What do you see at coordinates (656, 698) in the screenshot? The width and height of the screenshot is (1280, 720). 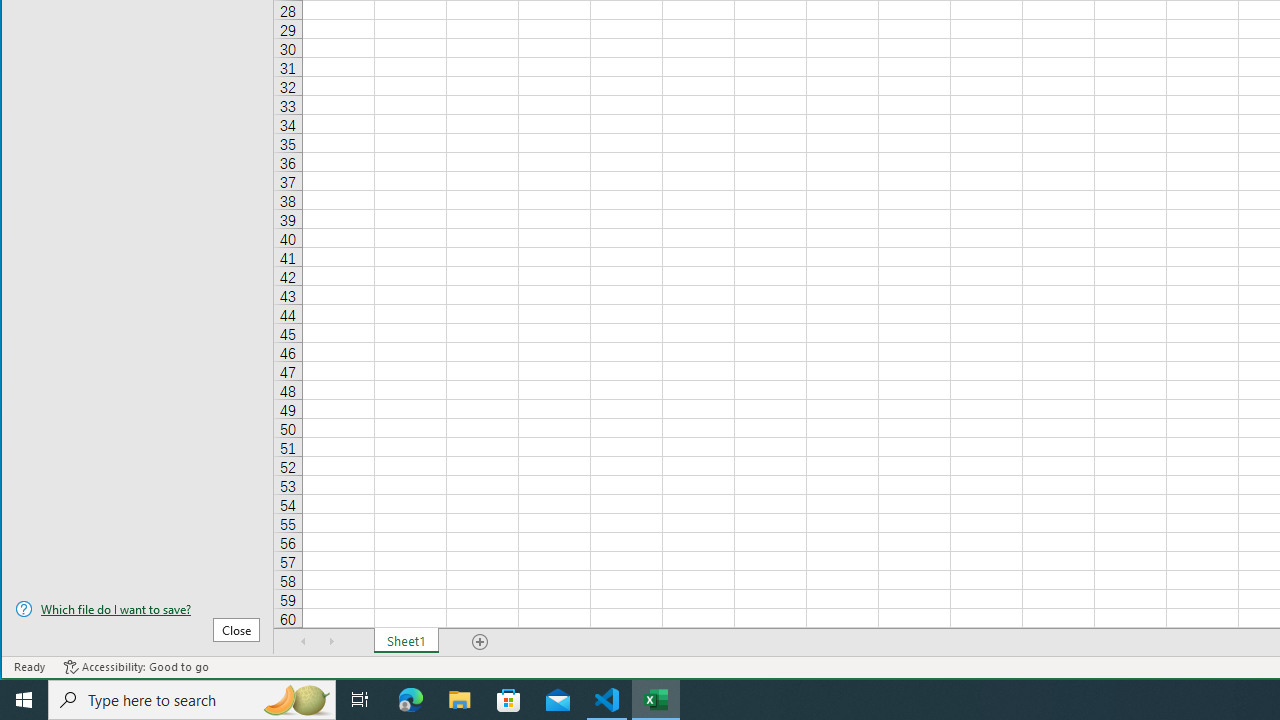 I see `'Excel - 1 running window'` at bounding box center [656, 698].